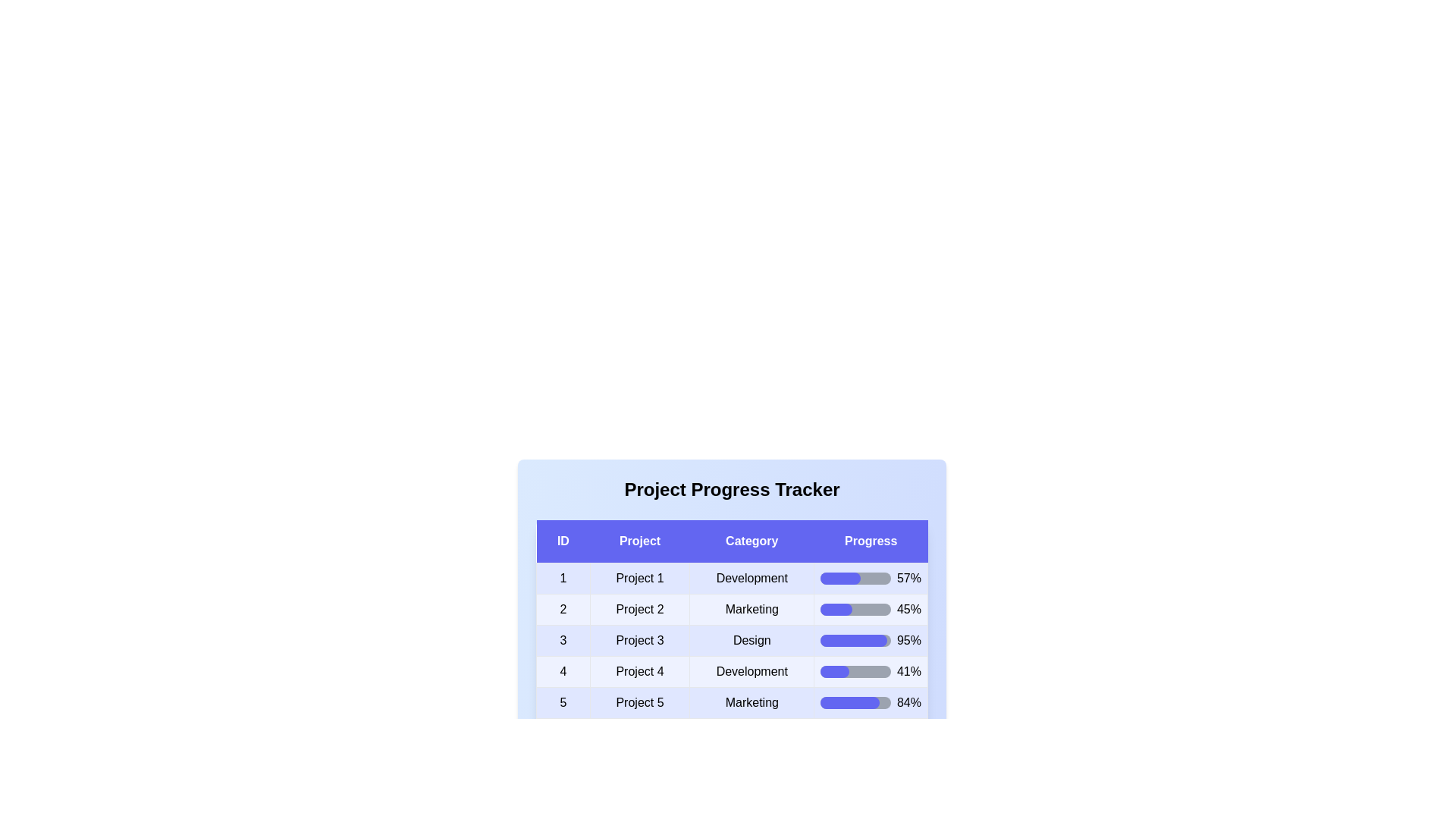 This screenshot has height=819, width=1456. Describe the element at coordinates (562, 608) in the screenshot. I see `the cell corresponding to 2 to select its text` at that location.